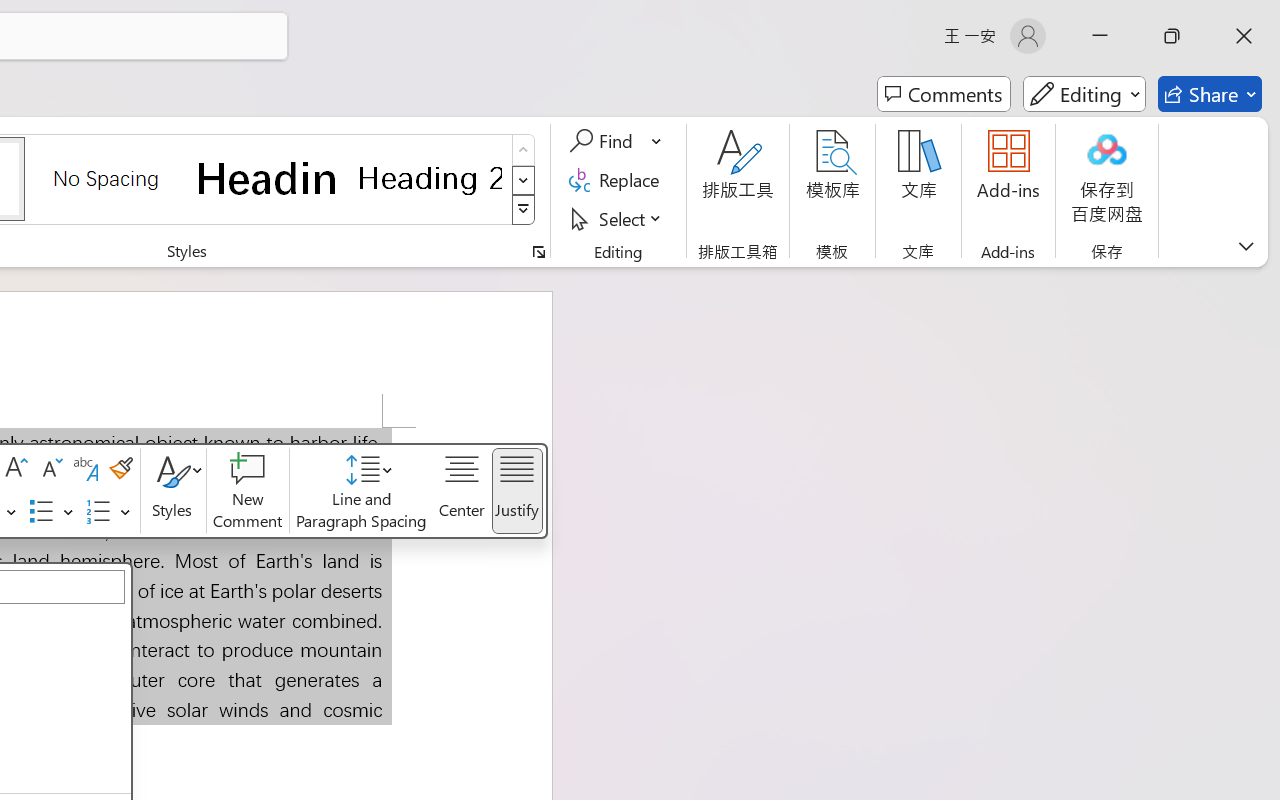 Image resolution: width=1280 pixels, height=800 pixels. Describe the element at coordinates (517, 491) in the screenshot. I see `'Justify'` at that location.